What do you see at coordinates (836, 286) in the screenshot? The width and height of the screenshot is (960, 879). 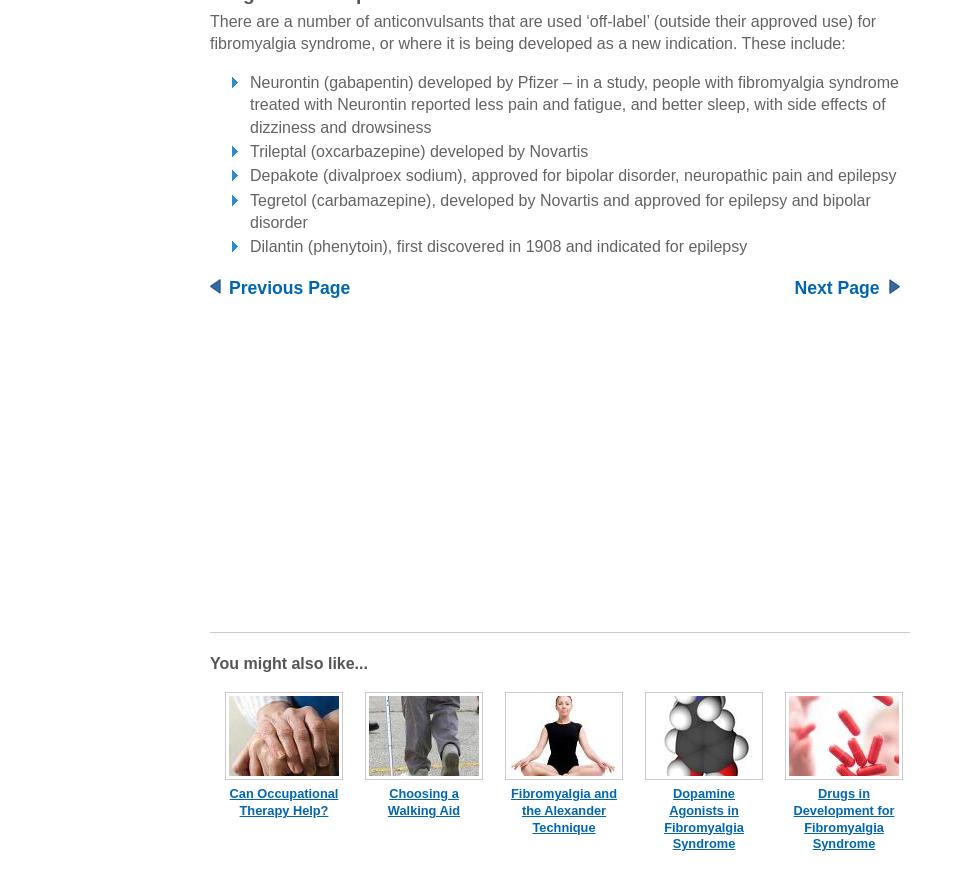 I see `'Next Page'` at bounding box center [836, 286].